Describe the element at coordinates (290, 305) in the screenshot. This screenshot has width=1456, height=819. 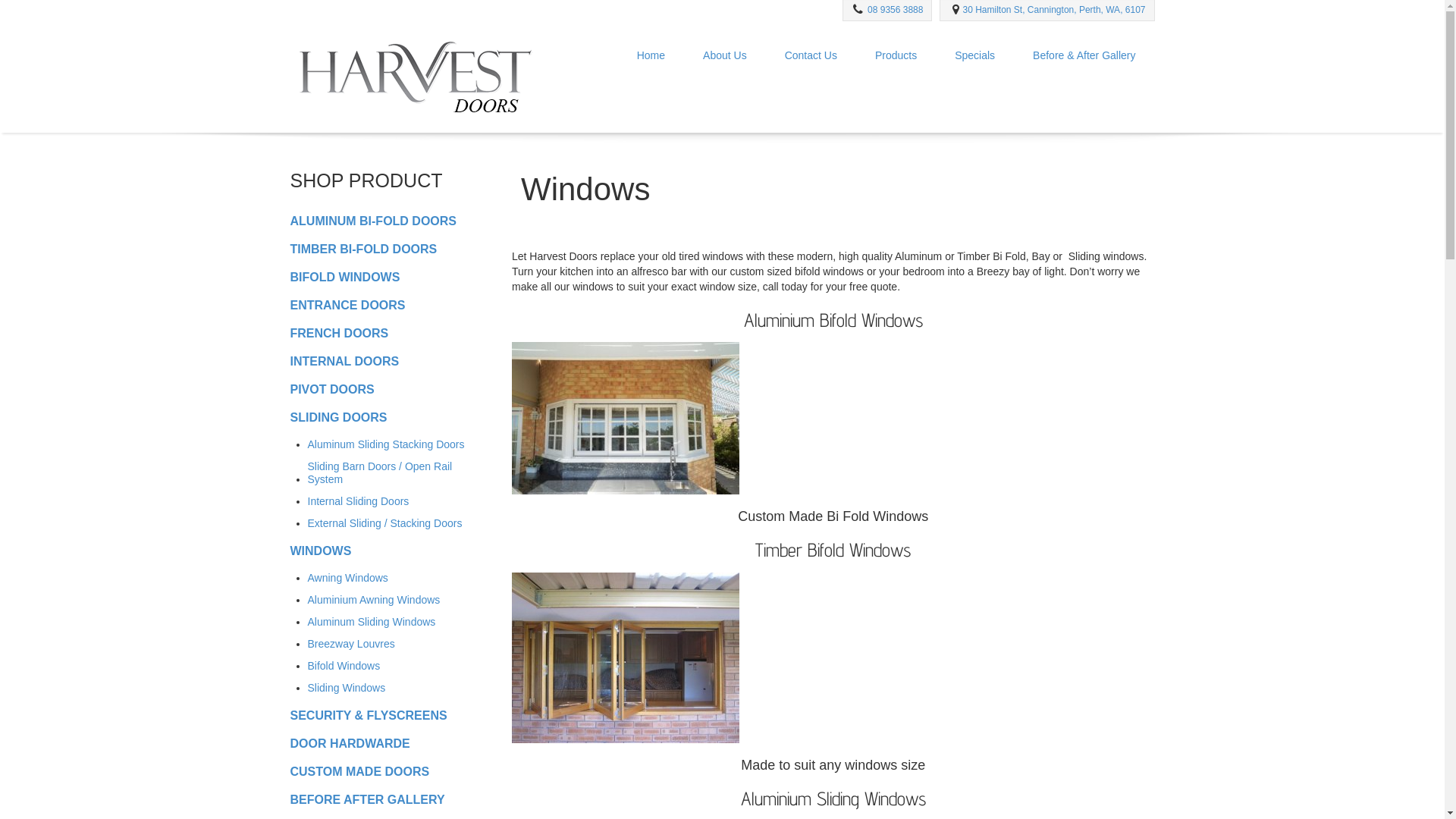
I see `'ENTRANCE DOORS'` at that location.